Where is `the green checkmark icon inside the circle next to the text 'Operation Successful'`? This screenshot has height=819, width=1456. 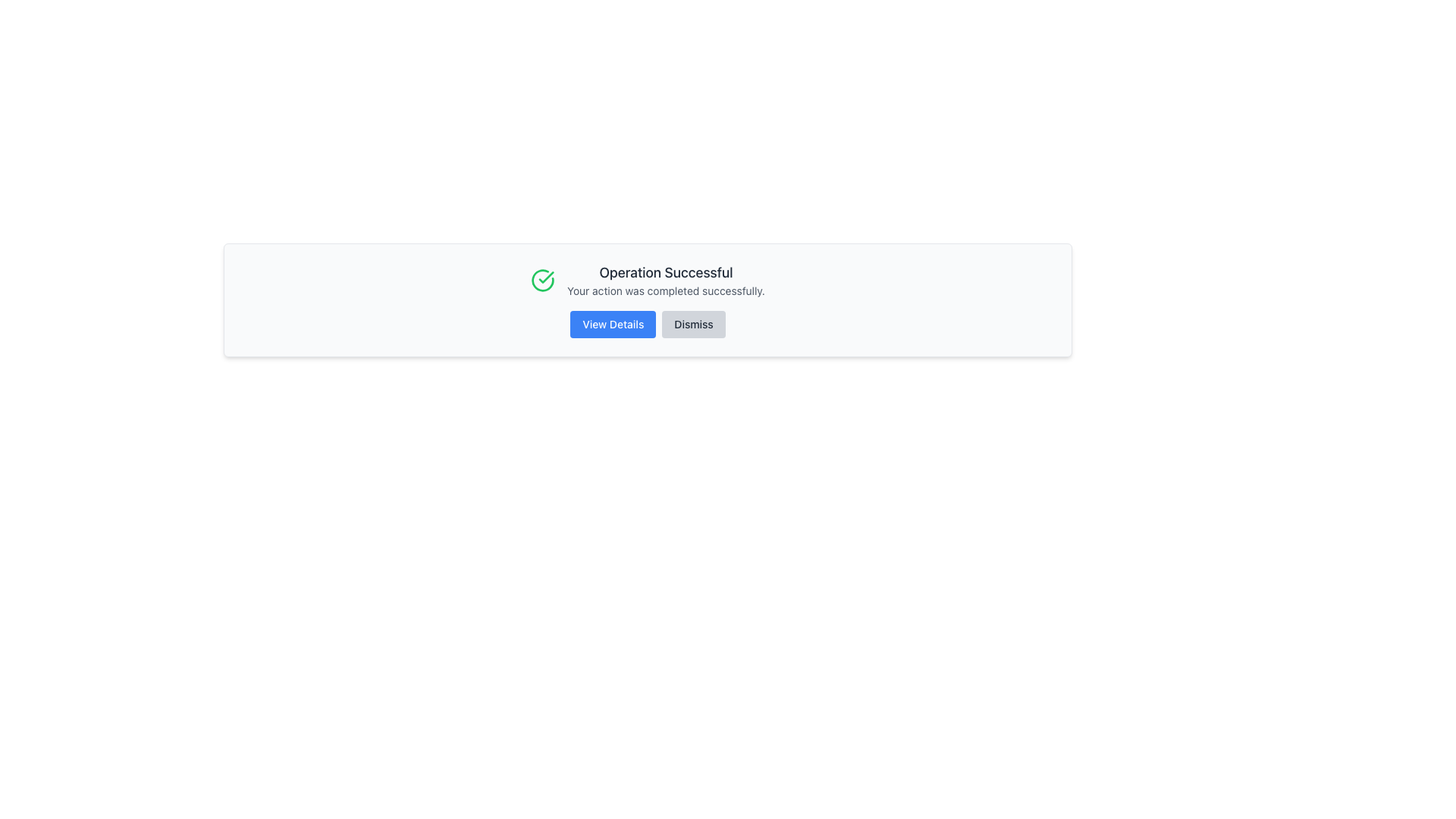
the green checkmark icon inside the circle next to the text 'Operation Successful' is located at coordinates (543, 281).